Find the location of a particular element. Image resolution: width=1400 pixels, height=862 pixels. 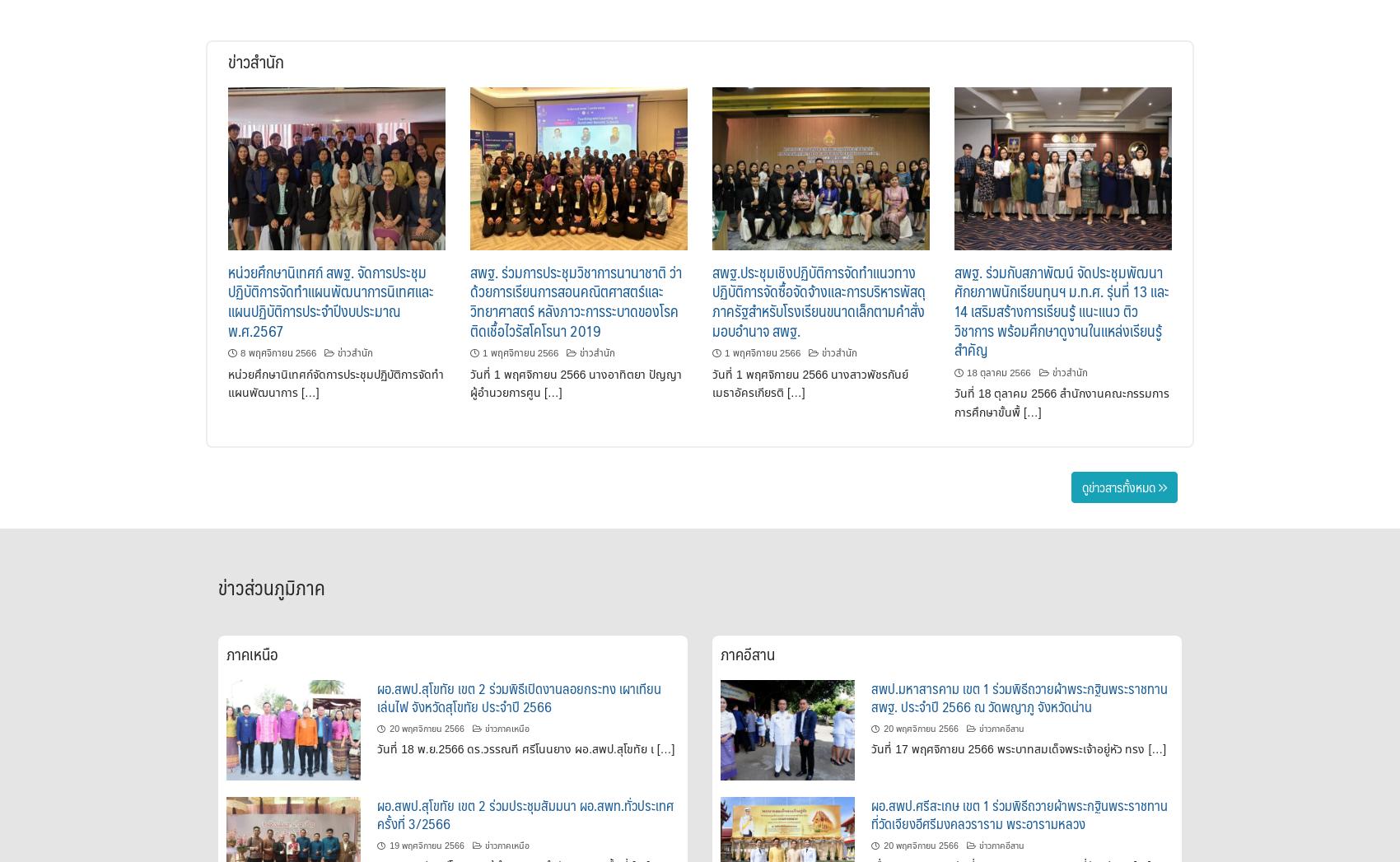

'สพฐ.ประชุมเชิงปฏิบัติการจัดทำแนวทางปฏิบัติการจัดซื้อจัดจ้างและการบริหารพัสดุภาครัฐสำหรับโรงเรียนขนาดเล็กตามคำสั่งมอบอำนาจ สพฐ.' is located at coordinates (818, 300).